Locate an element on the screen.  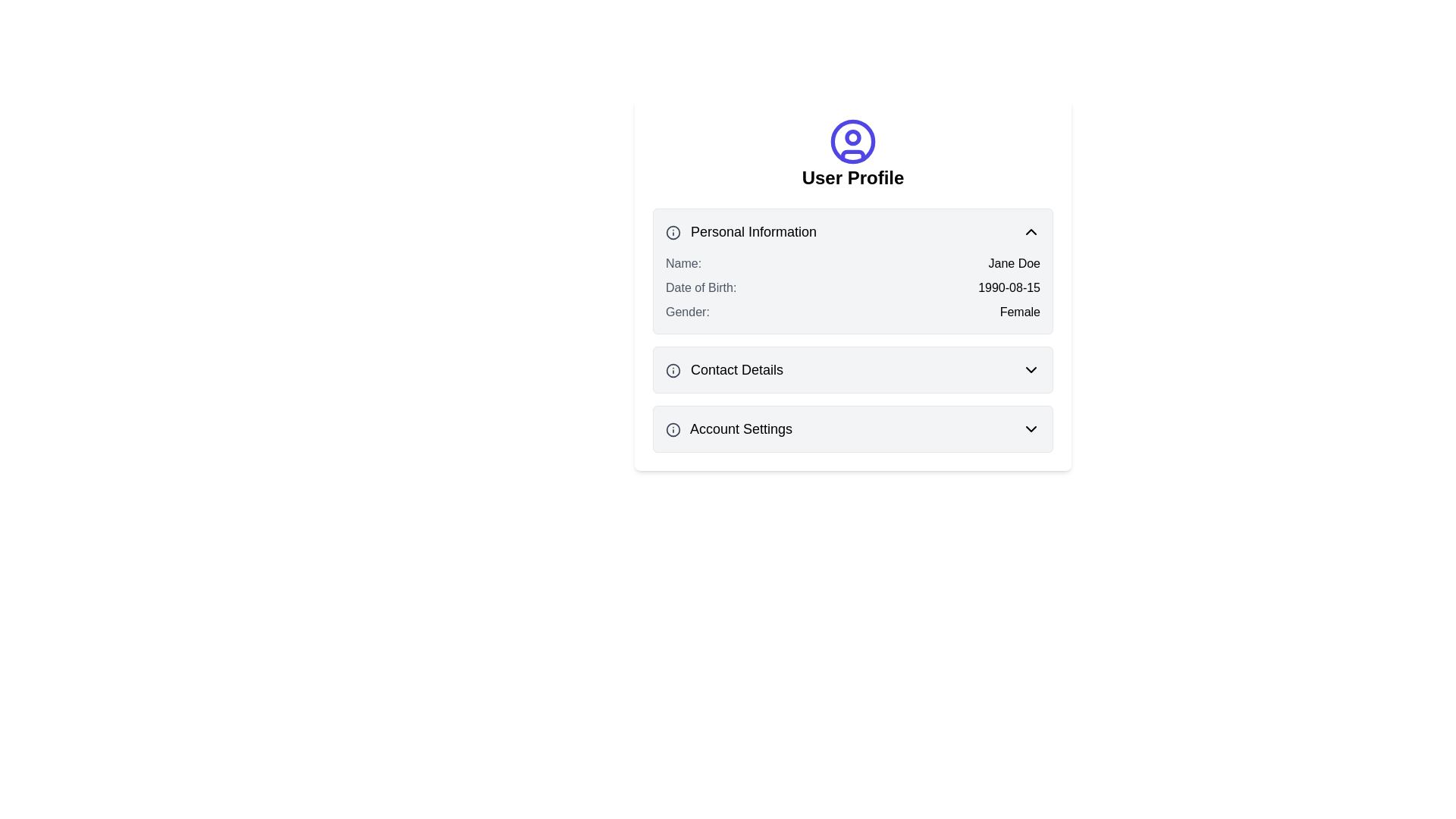
the 'Date of Birth:' text label in the 'Personal Information' section, which is styled with medium font-weight and gray color, positioned between 'Name:' and 'Gender:' labels is located at coordinates (700, 288).